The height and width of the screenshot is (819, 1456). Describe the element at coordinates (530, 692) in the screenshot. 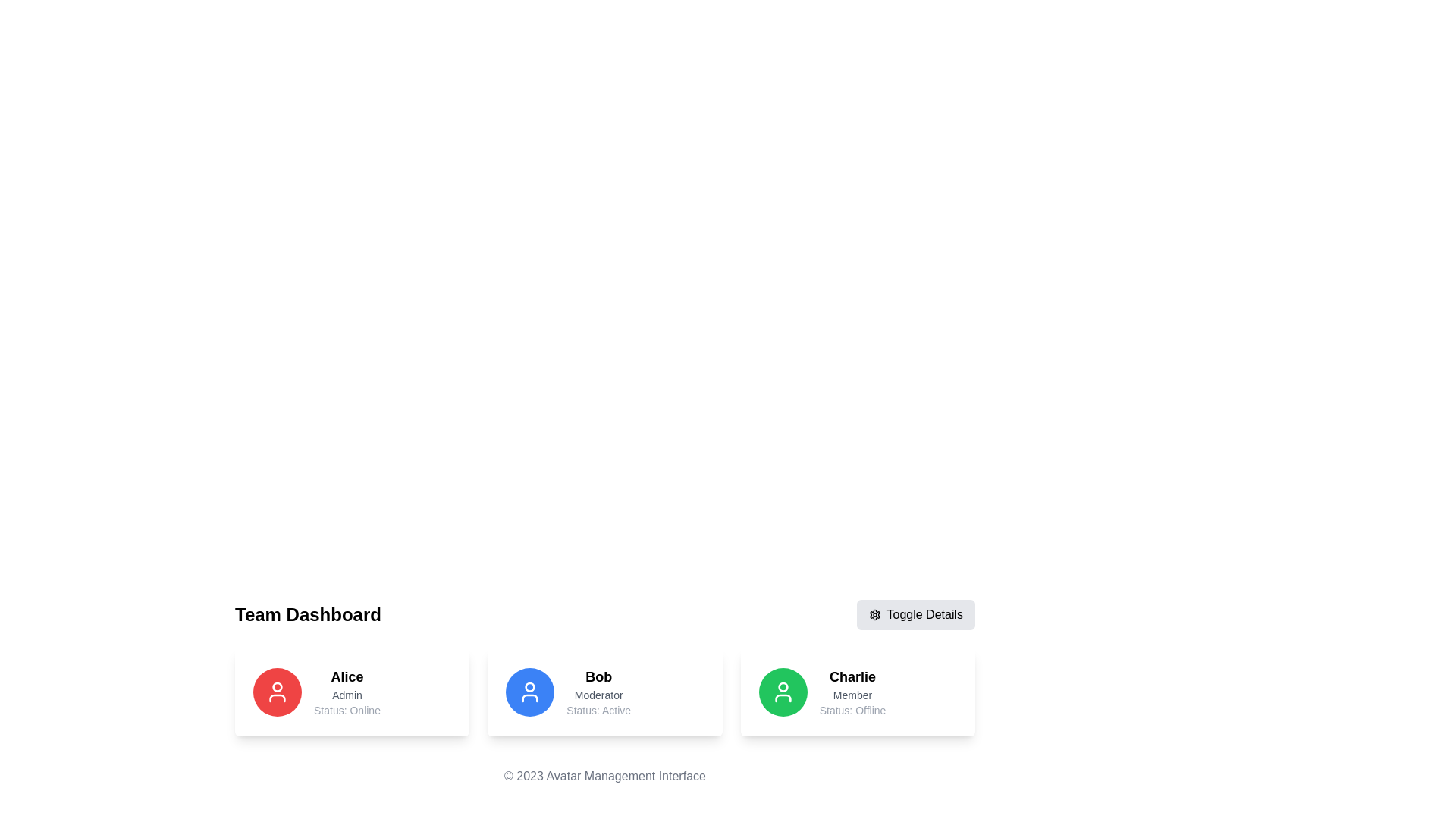

I see `the Avatar representing 'Bob', which is located in the second card among three cards at the lower center part of the interface` at that location.